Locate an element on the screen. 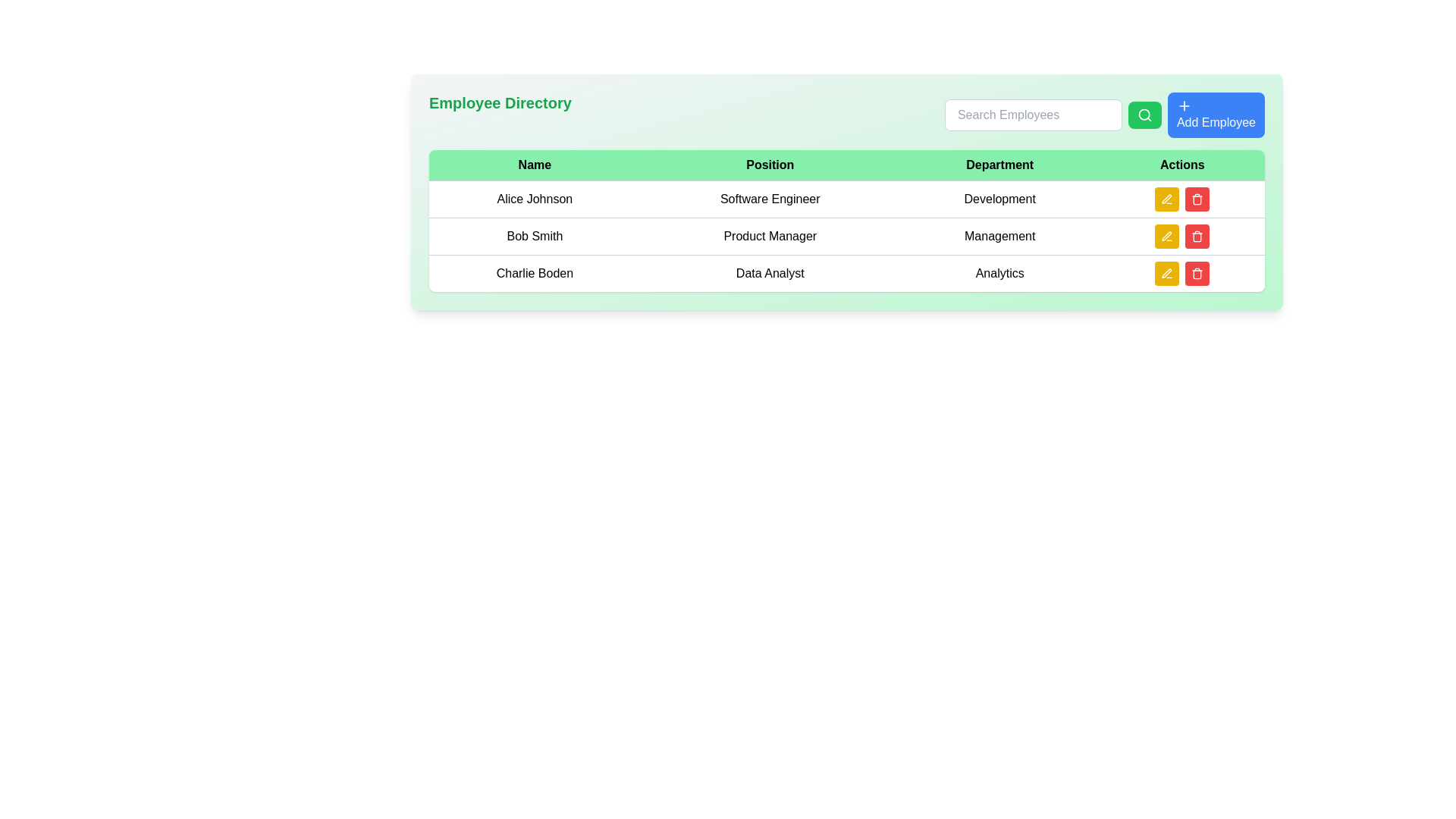 This screenshot has width=1456, height=819. the static text label displaying the name of an individual located in the first cell of the third row under the 'Name' column is located at coordinates (535, 273).